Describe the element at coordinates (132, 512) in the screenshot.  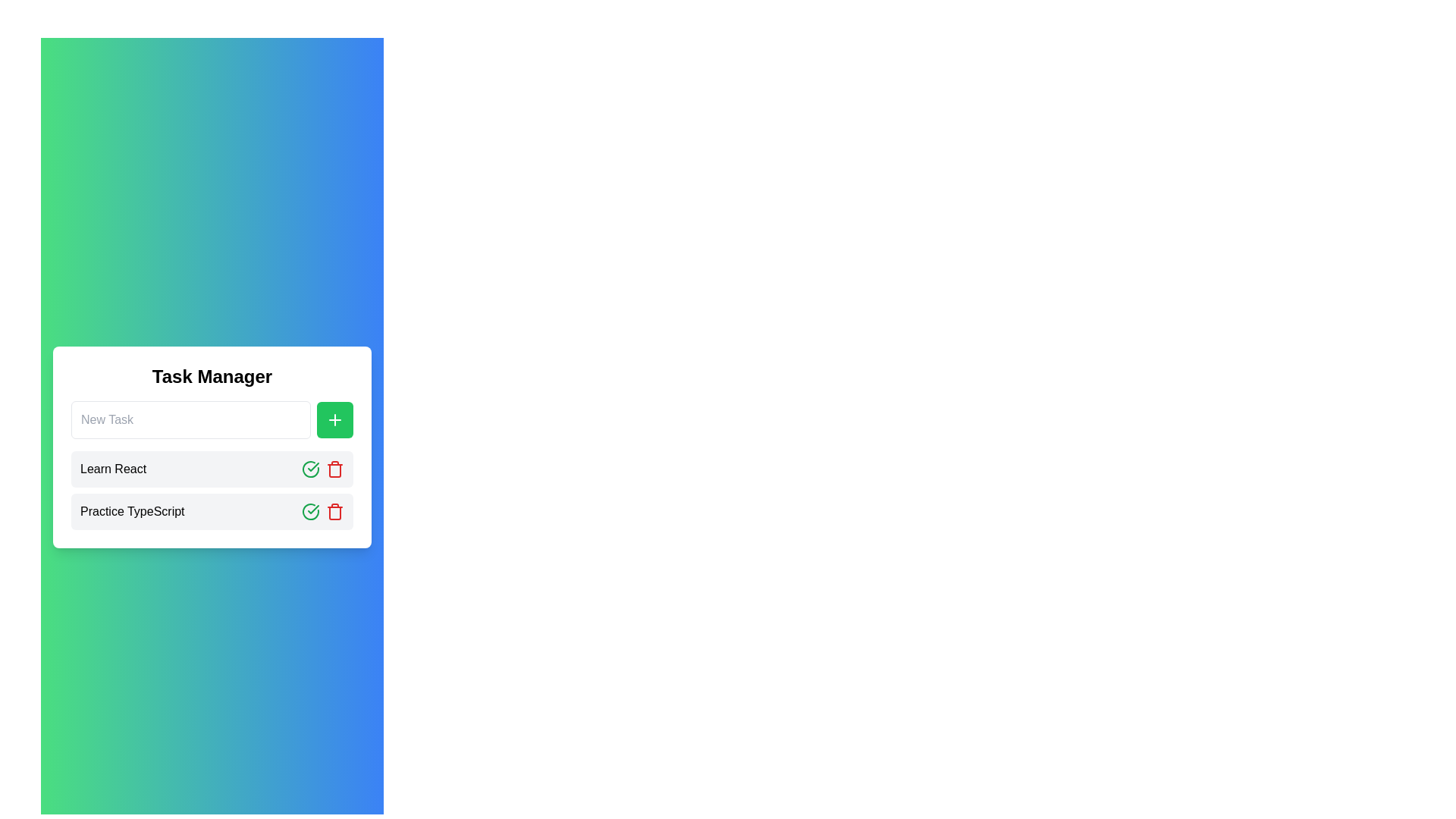
I see `the static text label displaying 'Practice TypeScript' located in the second task list item under the 'Task Manager' section` at that location.